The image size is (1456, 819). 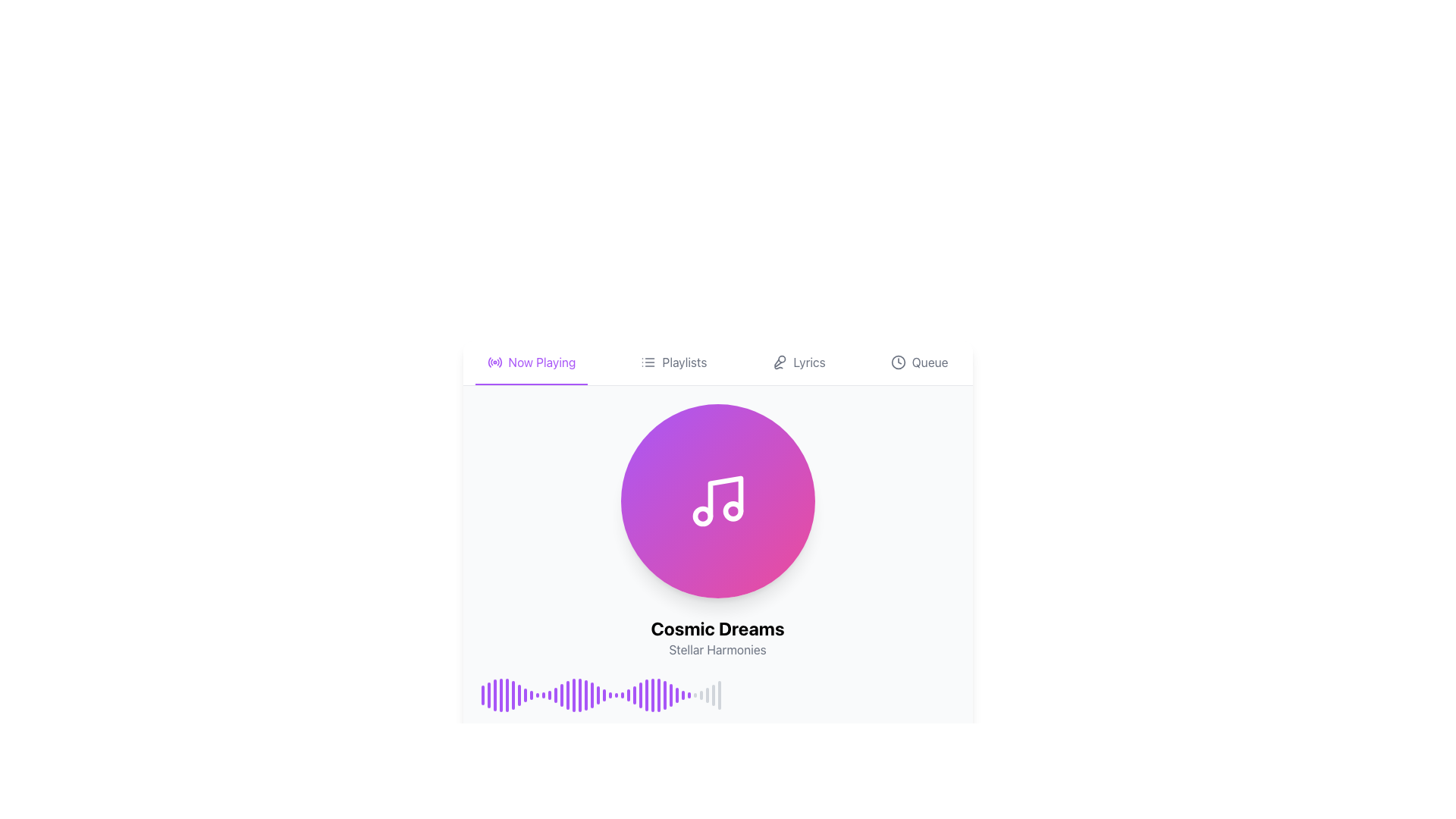 What do you see at coordinates (610, 695) in the screenshot?
I see `the appearance of the 22nd purple waveform bar, which is vertically oriented with rounded top and bottom, located below the text 'Cosmic Dreams' and 'Stellar Harmonies'` at bounding box center [610, 695].